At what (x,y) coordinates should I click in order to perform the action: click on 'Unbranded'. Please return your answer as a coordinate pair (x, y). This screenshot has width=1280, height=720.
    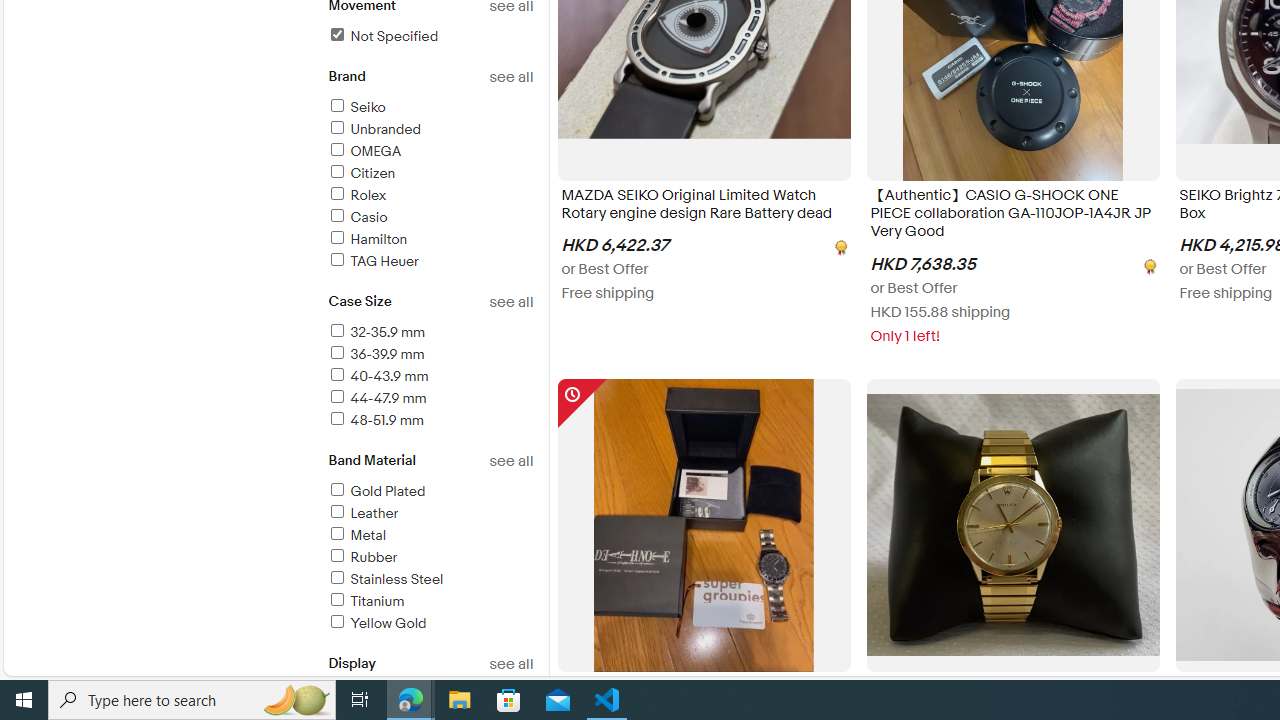
    Looking at the image, I should click on (374, 129).